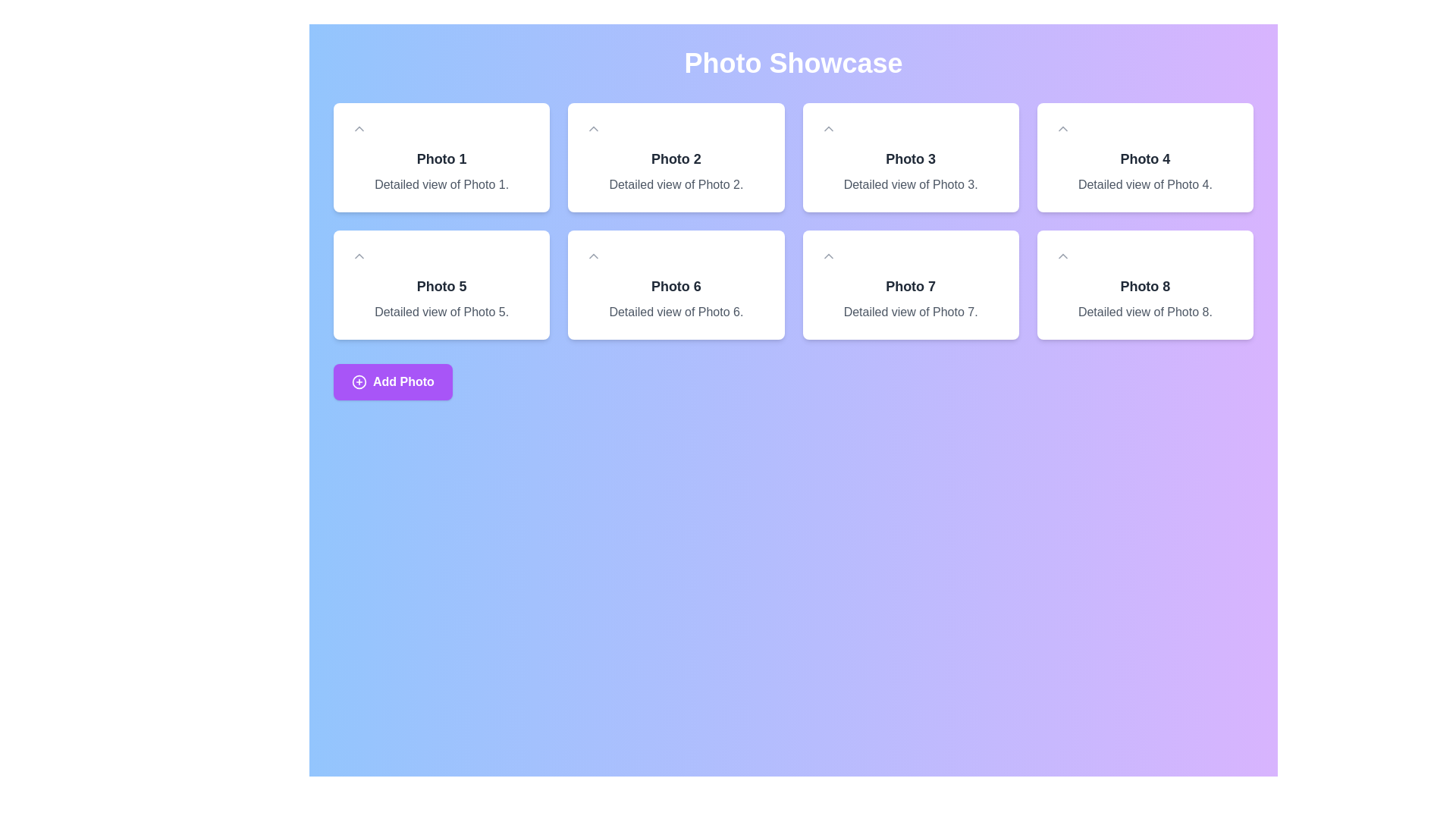 The width and height of the screenshot is (1456, 819). What do you see at coordinates (792, 63) in the screenshot?
I see `the bold, white static text that says 'Photo Showcase', which is centered at the top of the interface above the photo grid` at bounding box center [792, 63].